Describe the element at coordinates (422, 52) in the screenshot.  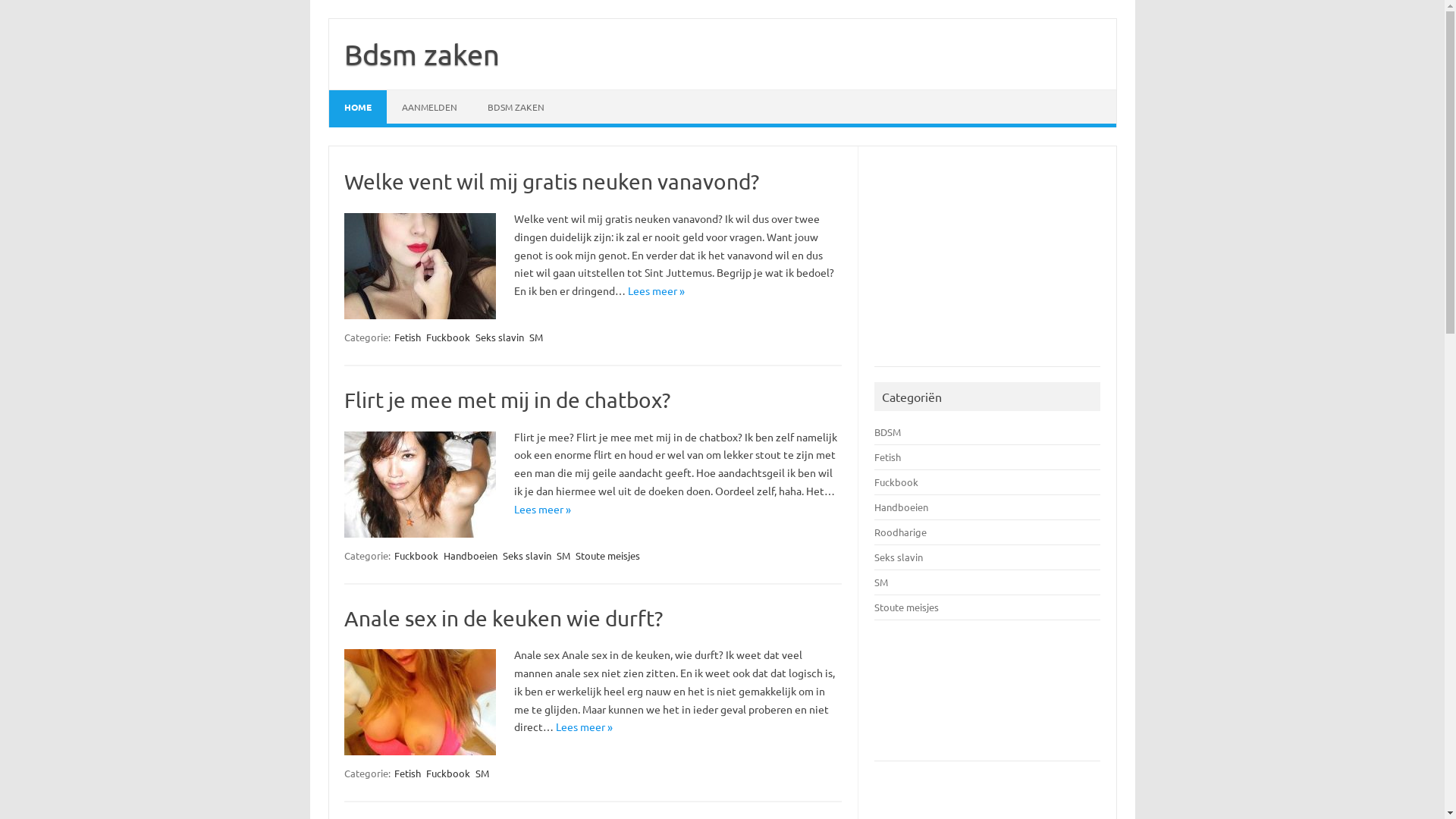
I see `'Bdsm zaken'` at that location.